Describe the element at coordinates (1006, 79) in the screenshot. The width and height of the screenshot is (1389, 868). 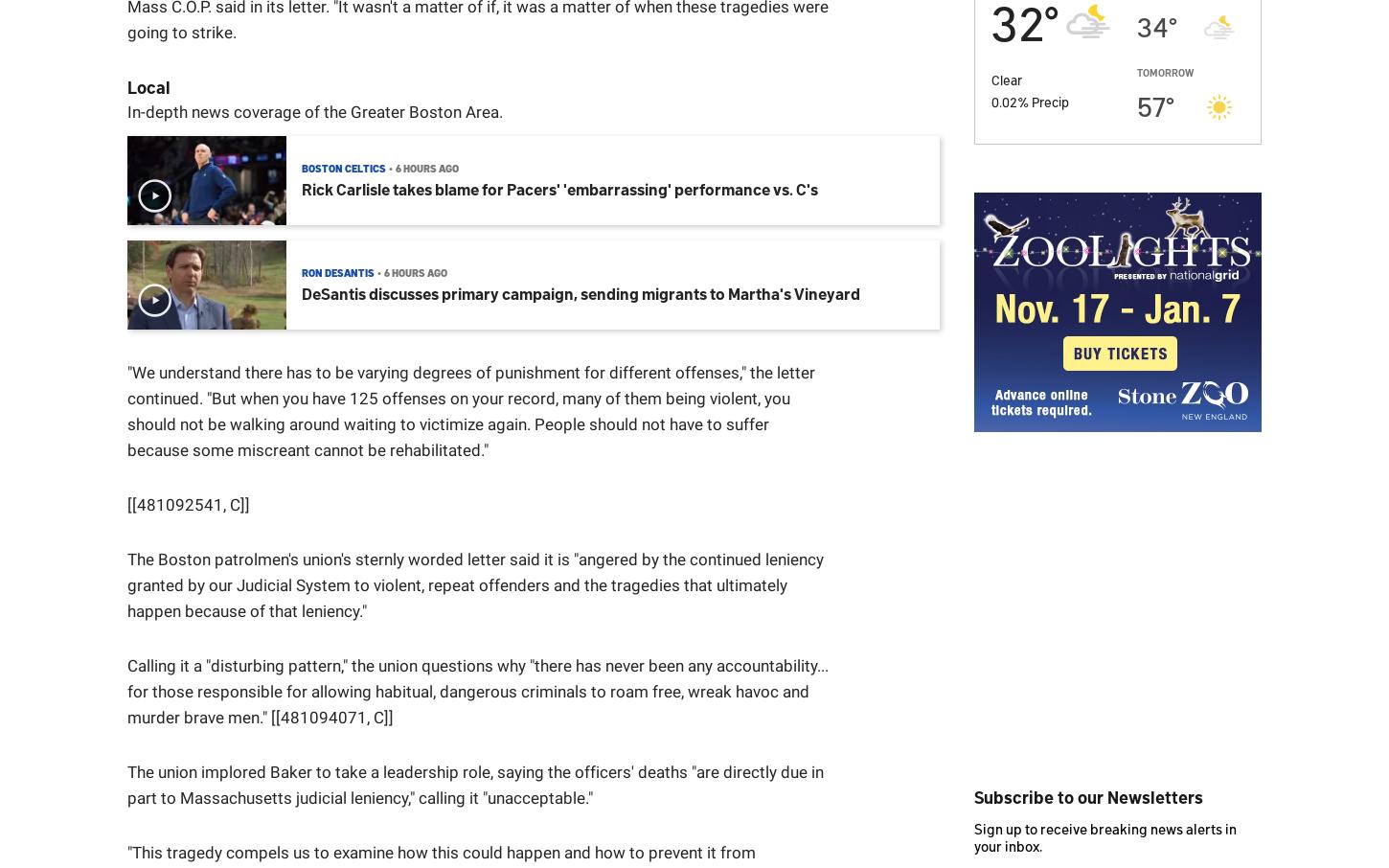
I see `'Clear'` at that location.